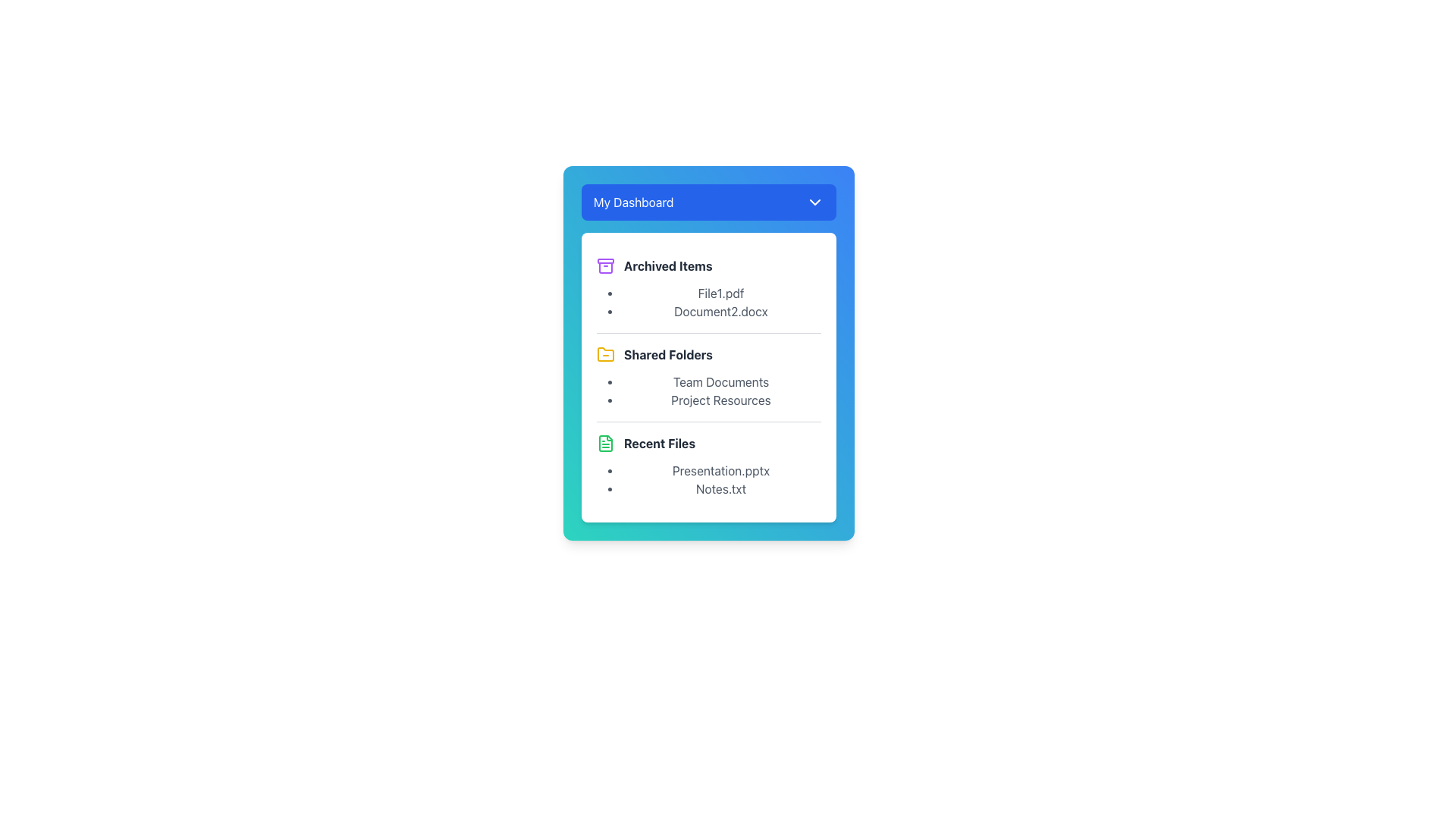 The height and width of the screenshot is (819, 1456). Describe the element at coordinates (720, 381) in the screenshot. I see `the 'Team Documents' text label, which is the first item in the 'Shared Folders' section, located just below the 'Shared Folders' label` at that location.